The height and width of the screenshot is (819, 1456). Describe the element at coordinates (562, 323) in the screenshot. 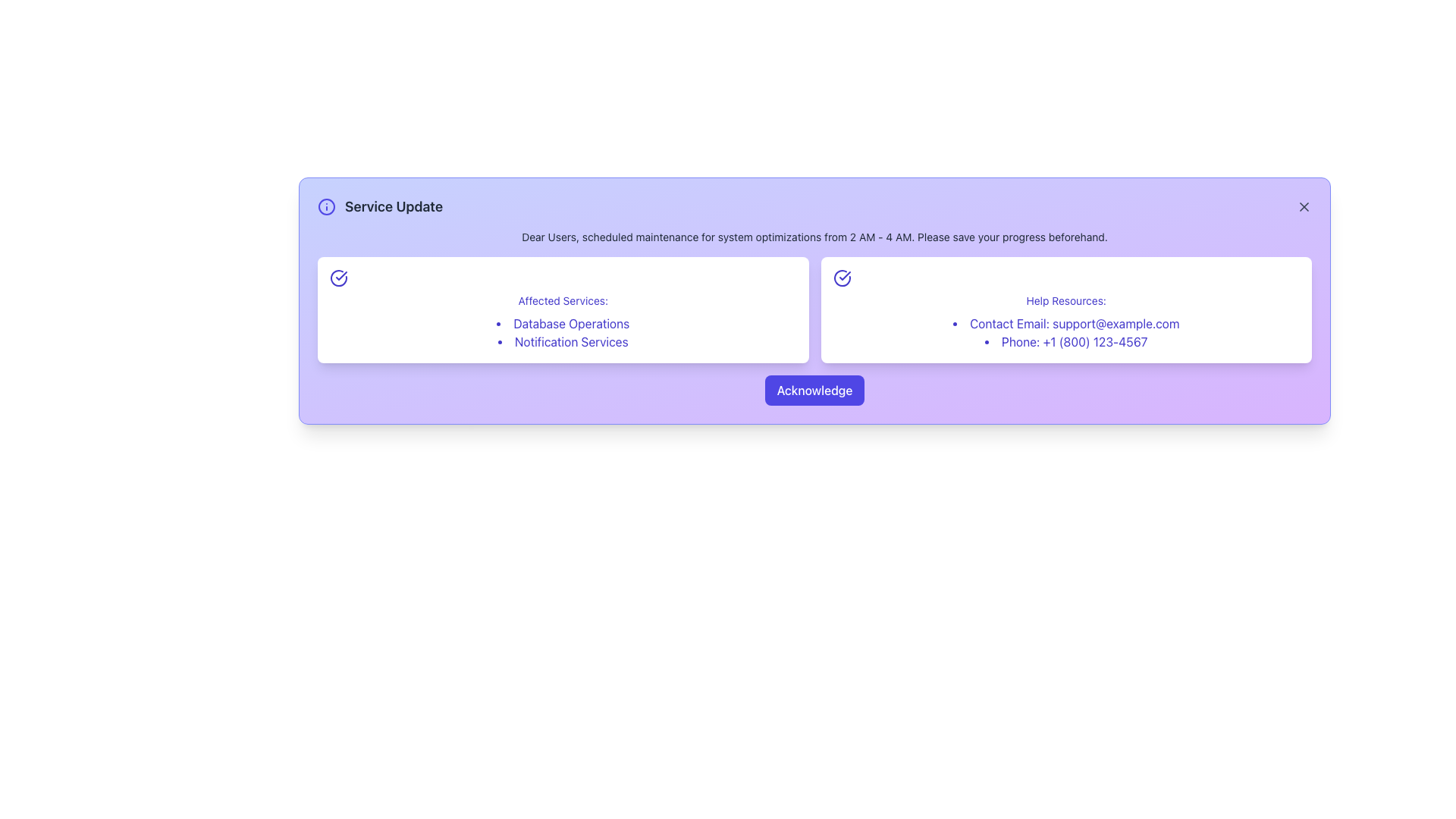

I see `the first list item reading 'Database Operations' styled in blue font, located under the heading 'Affected Services:' in the bottom-left half of the interface` at that location.